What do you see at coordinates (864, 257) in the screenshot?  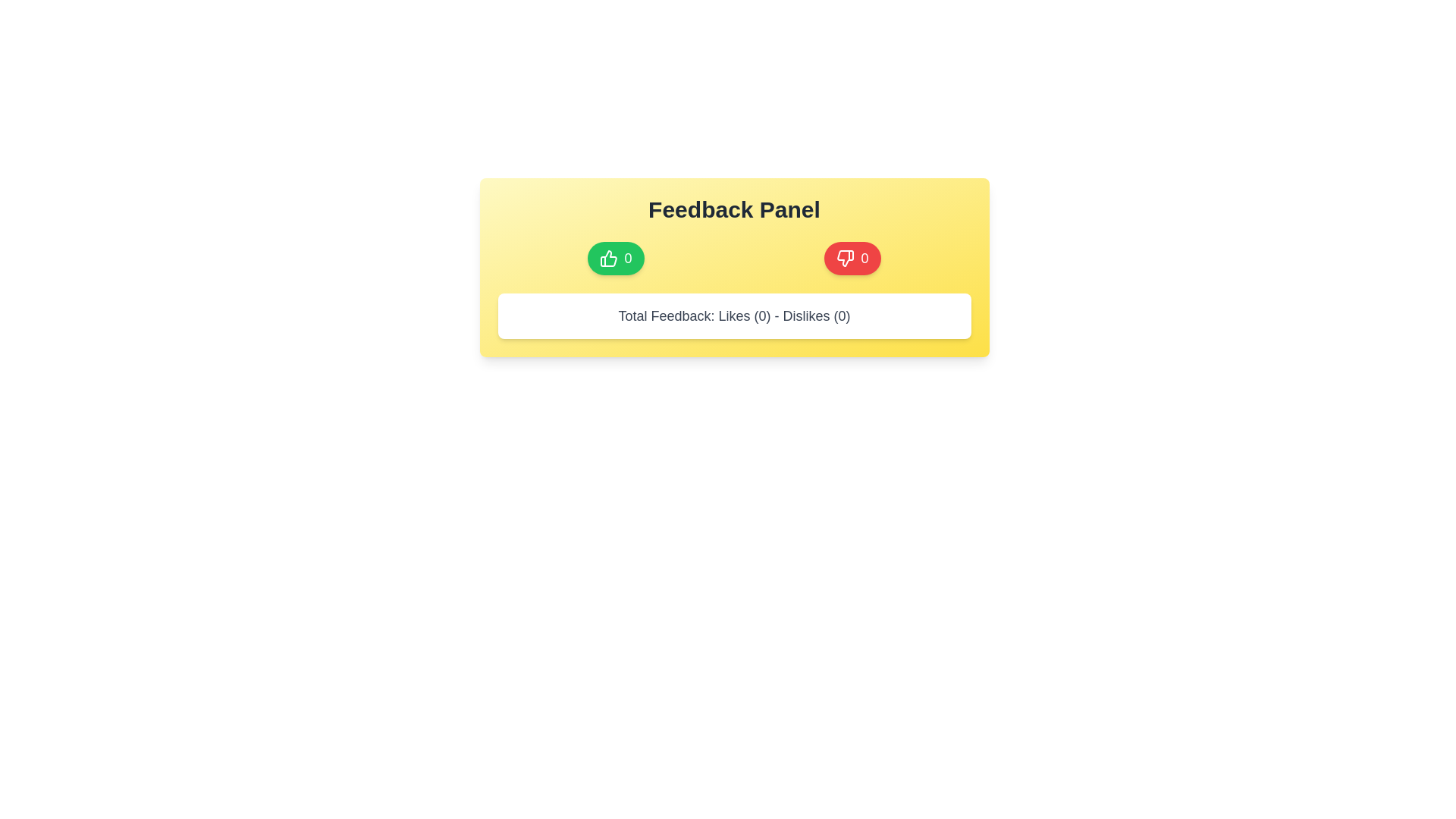 I see `value displayed in the text label indicating the count of negative feedbacks, which is located to the right of the thumbs-down icon in a red button on a yellow background` at bounding box center [864, 257].